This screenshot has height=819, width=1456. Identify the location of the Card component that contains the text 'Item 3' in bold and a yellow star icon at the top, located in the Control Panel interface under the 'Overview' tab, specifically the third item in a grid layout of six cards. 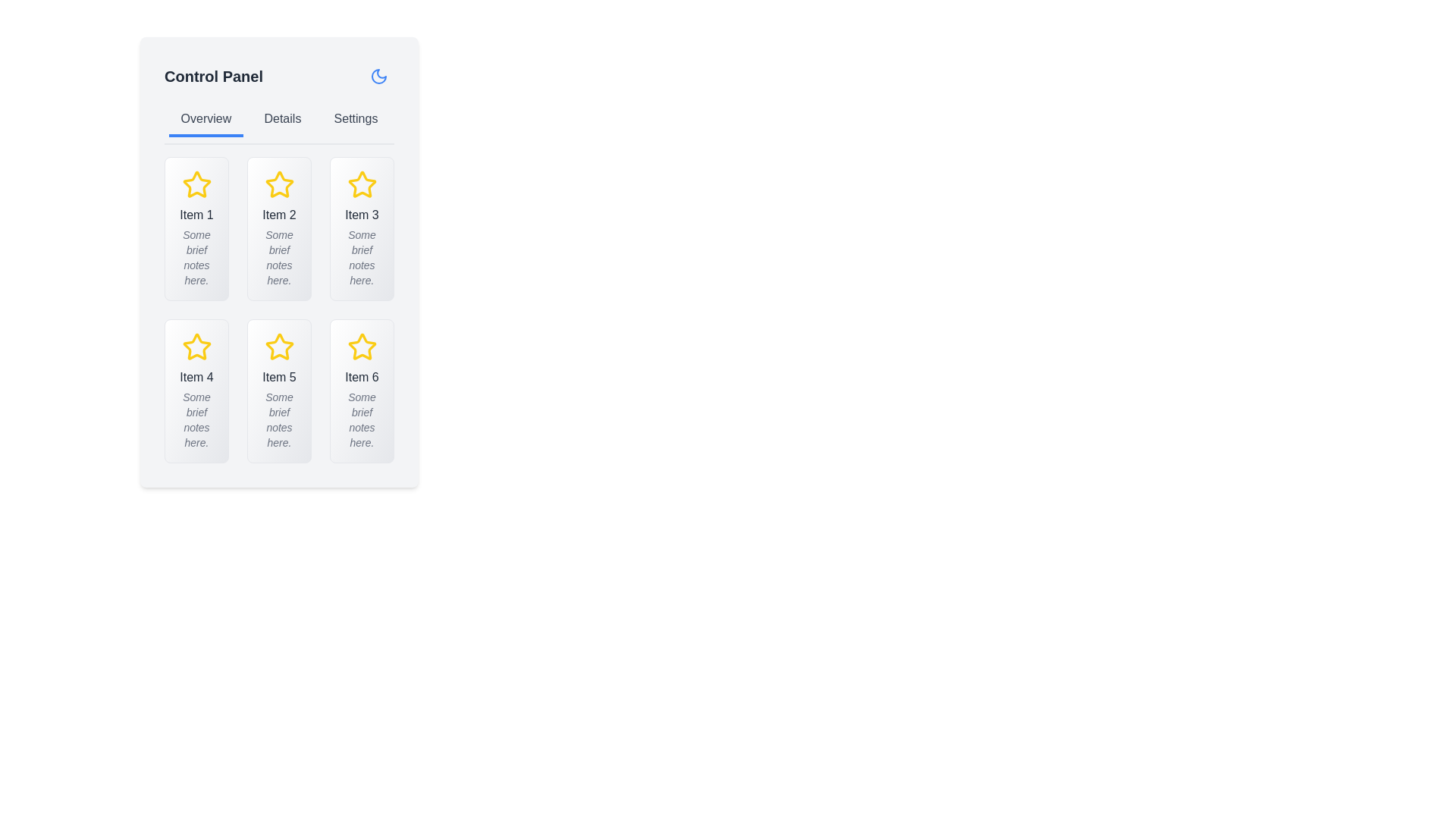
(361, 228).